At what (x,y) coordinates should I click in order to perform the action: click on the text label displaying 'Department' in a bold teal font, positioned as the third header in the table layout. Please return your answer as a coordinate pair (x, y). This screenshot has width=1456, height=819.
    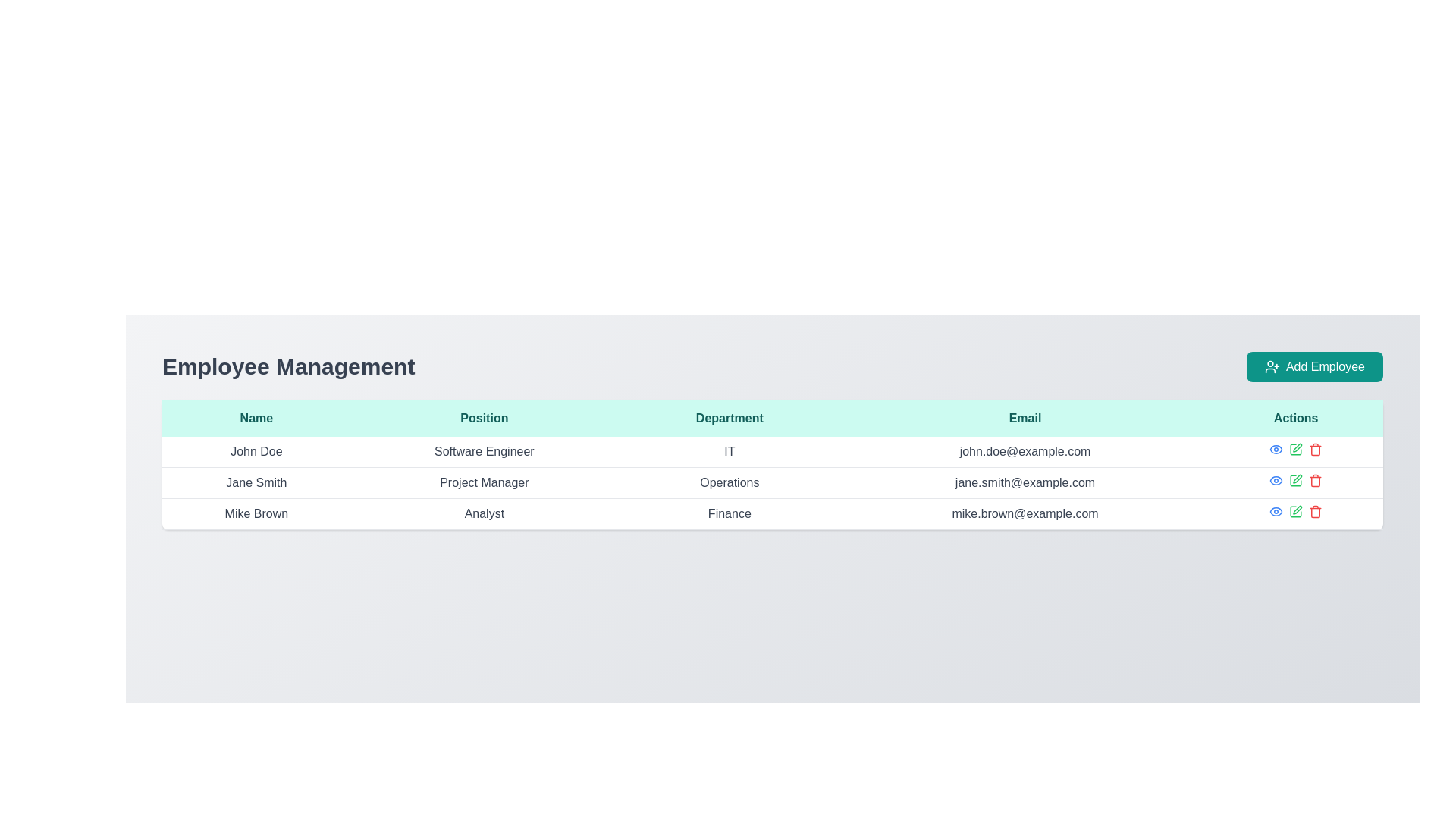
    Looking at the image, I should click on (730, 418).